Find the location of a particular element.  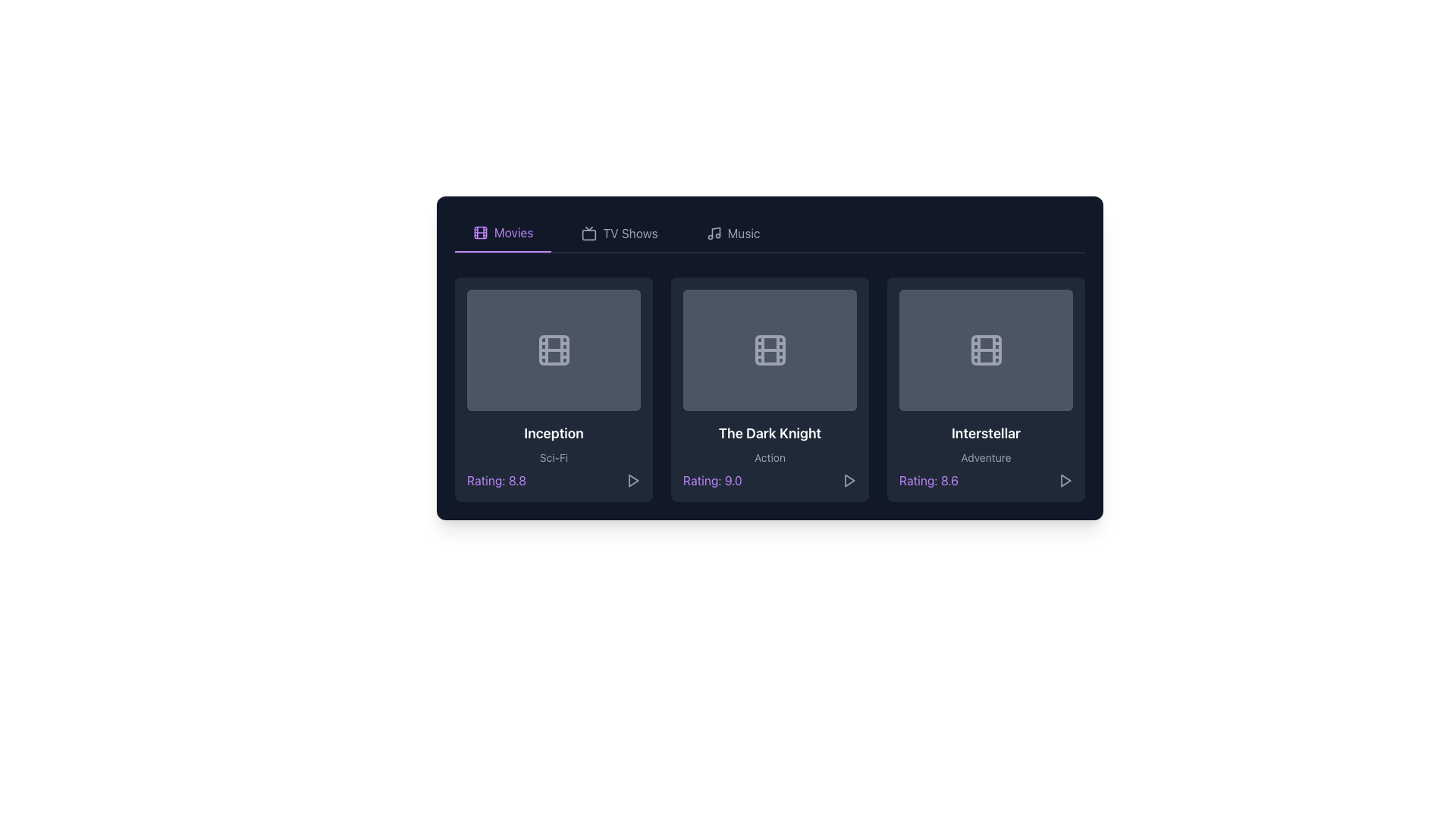

the triangular play icon outlined in gray located at the bottom right of the 'Interstellar' movie card to trigger the hover effect is located at coordinates (1065, 480).